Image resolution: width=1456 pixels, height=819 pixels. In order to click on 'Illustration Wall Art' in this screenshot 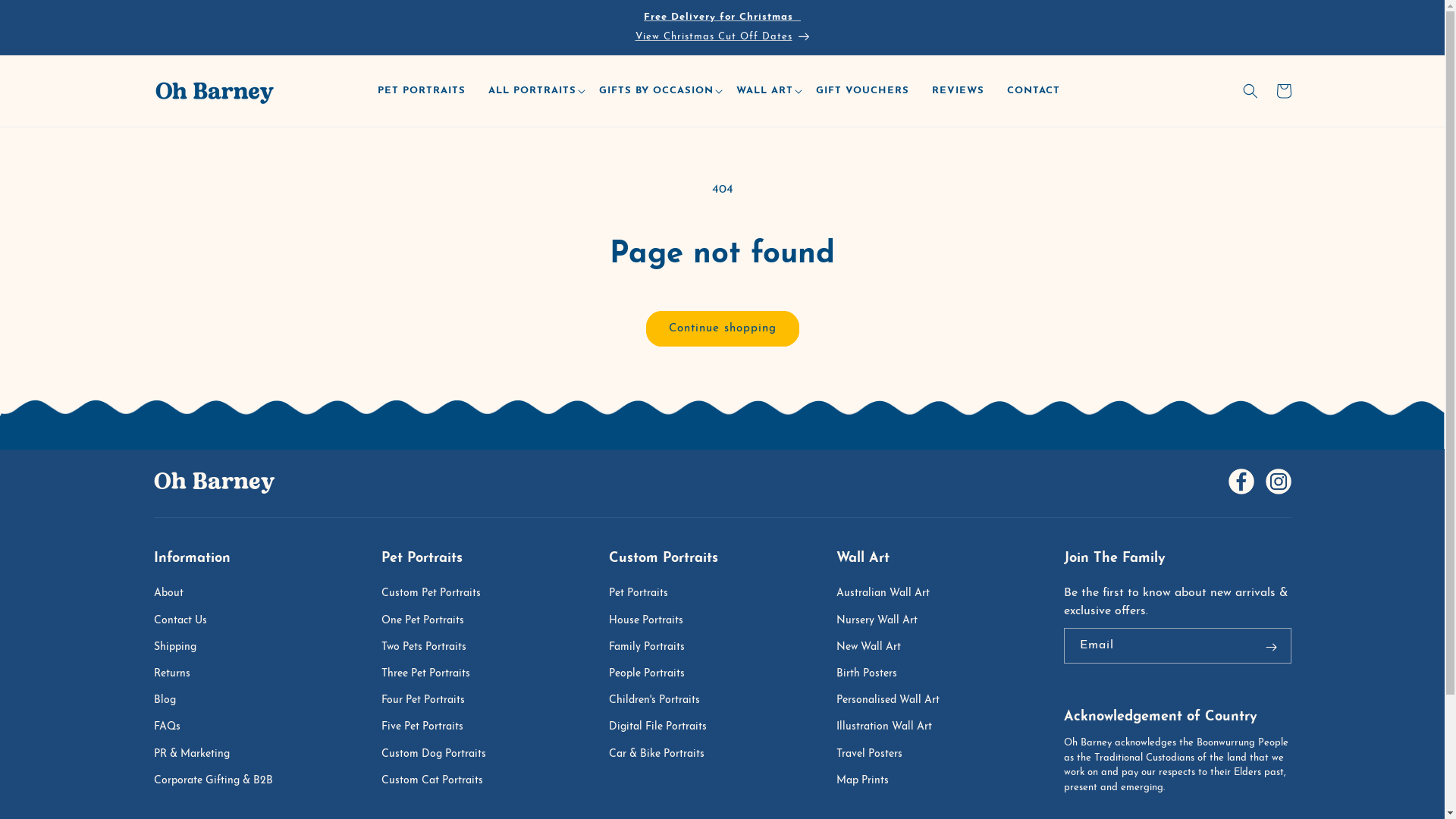, I will do `click(835, 726)`.